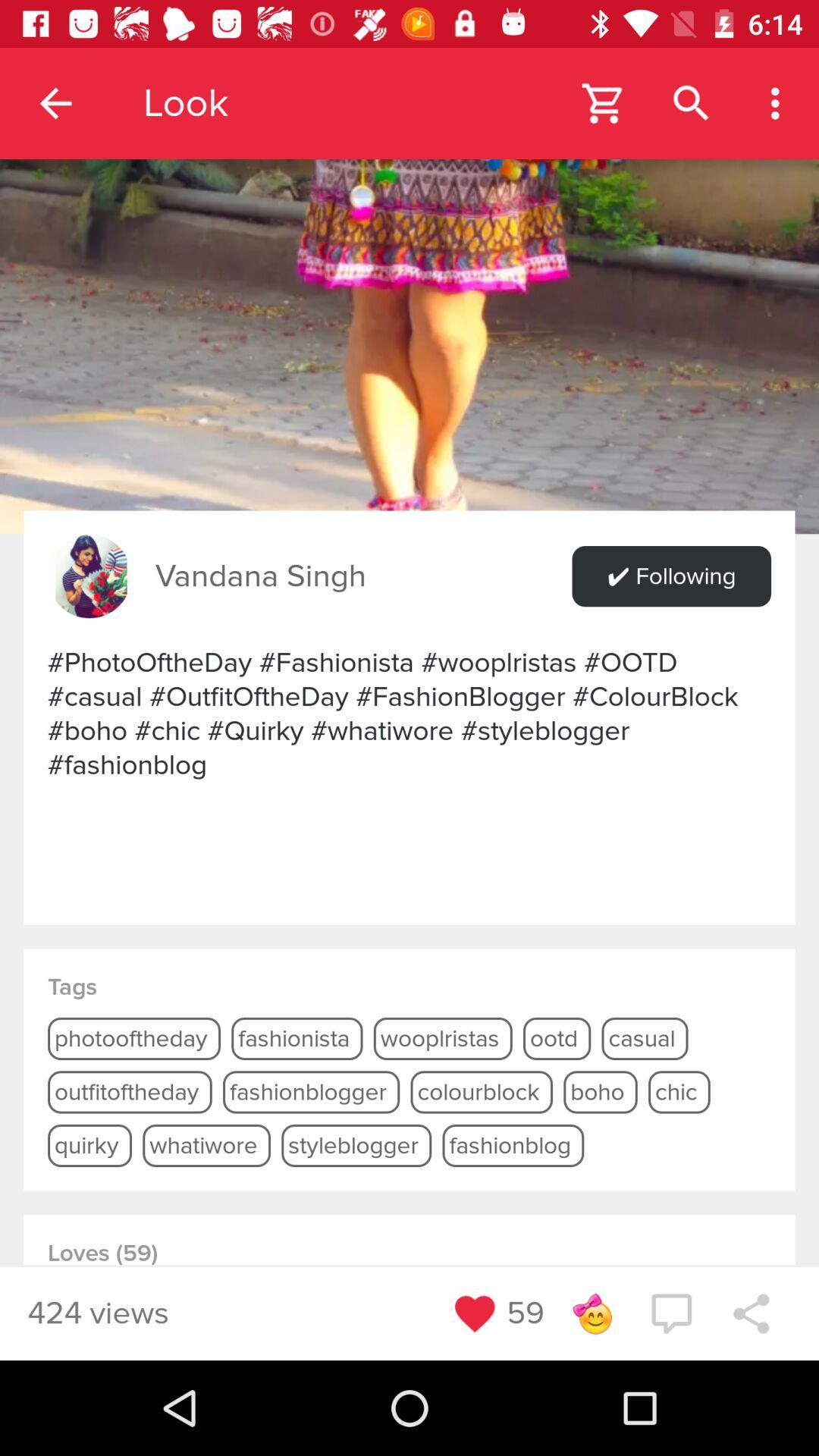 This screenshot has height=1456, width=819. What do you see at coordinates (603, 102) in the screenshot?
I see `my cart` at bounding box center [603, 102].